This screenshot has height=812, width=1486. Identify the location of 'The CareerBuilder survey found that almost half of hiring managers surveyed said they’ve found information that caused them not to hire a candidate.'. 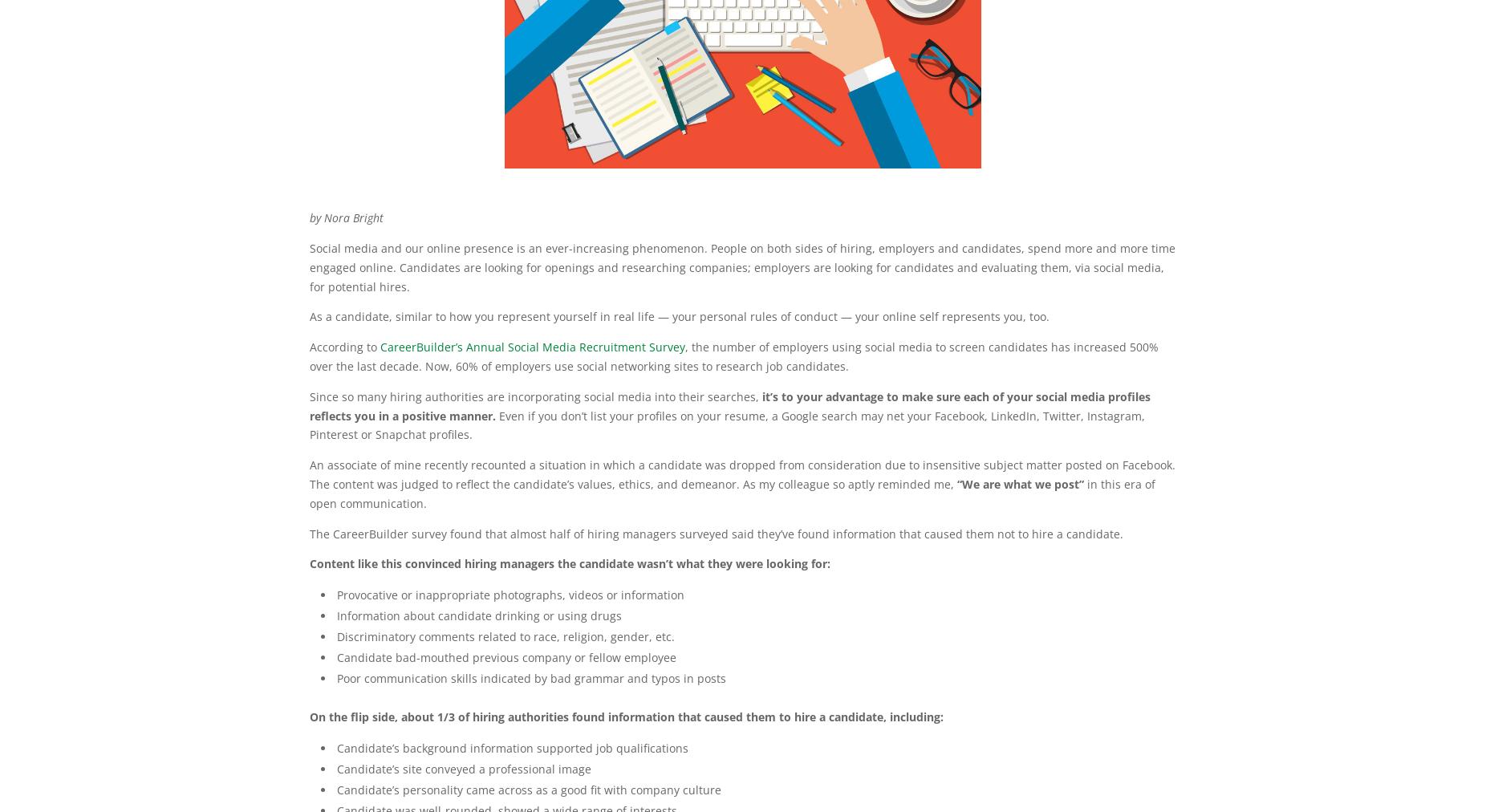
(309, 533).